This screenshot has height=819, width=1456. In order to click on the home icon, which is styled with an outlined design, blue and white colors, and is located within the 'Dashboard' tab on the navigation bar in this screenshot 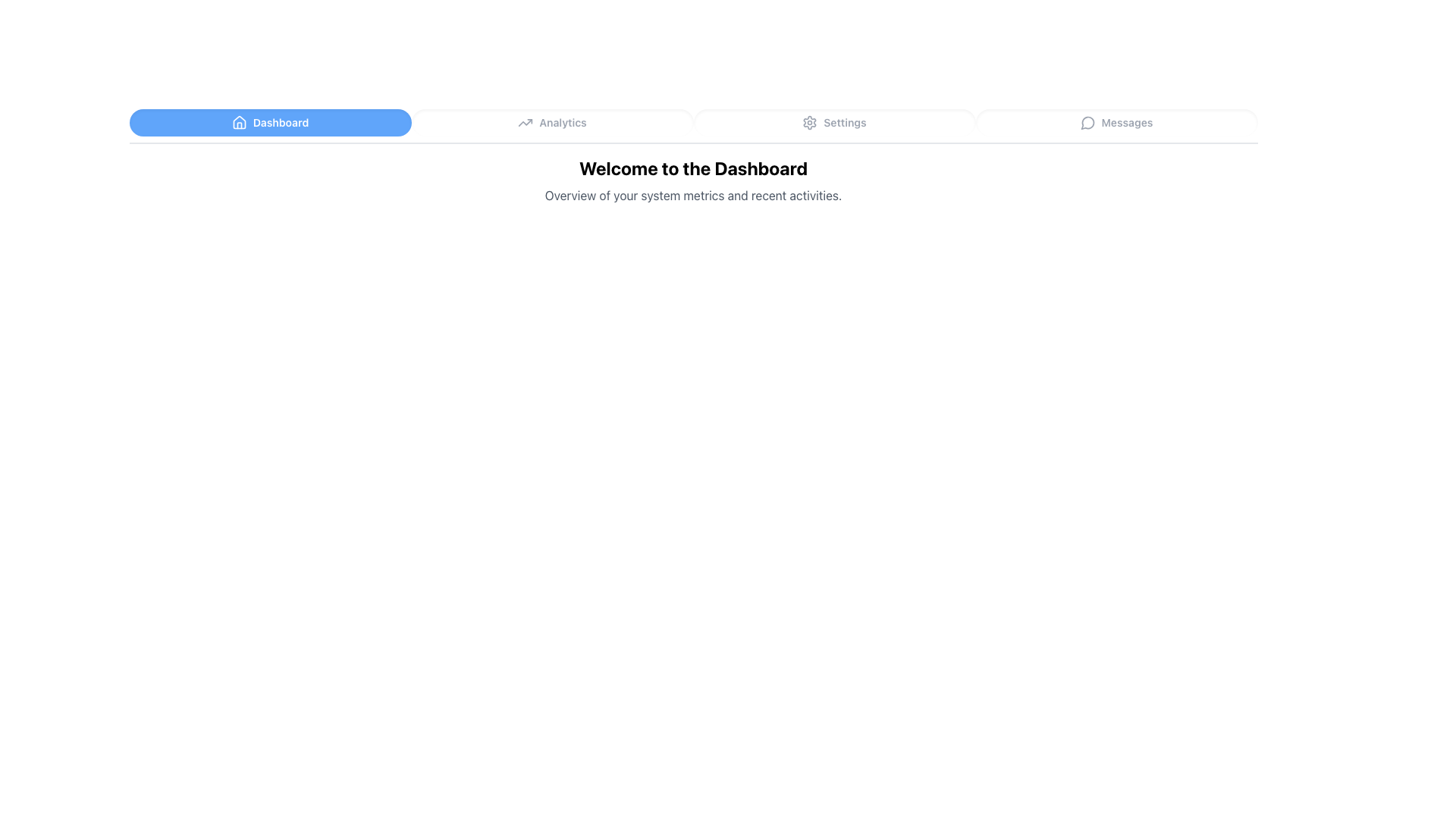, I will do `click(238, 122)`.